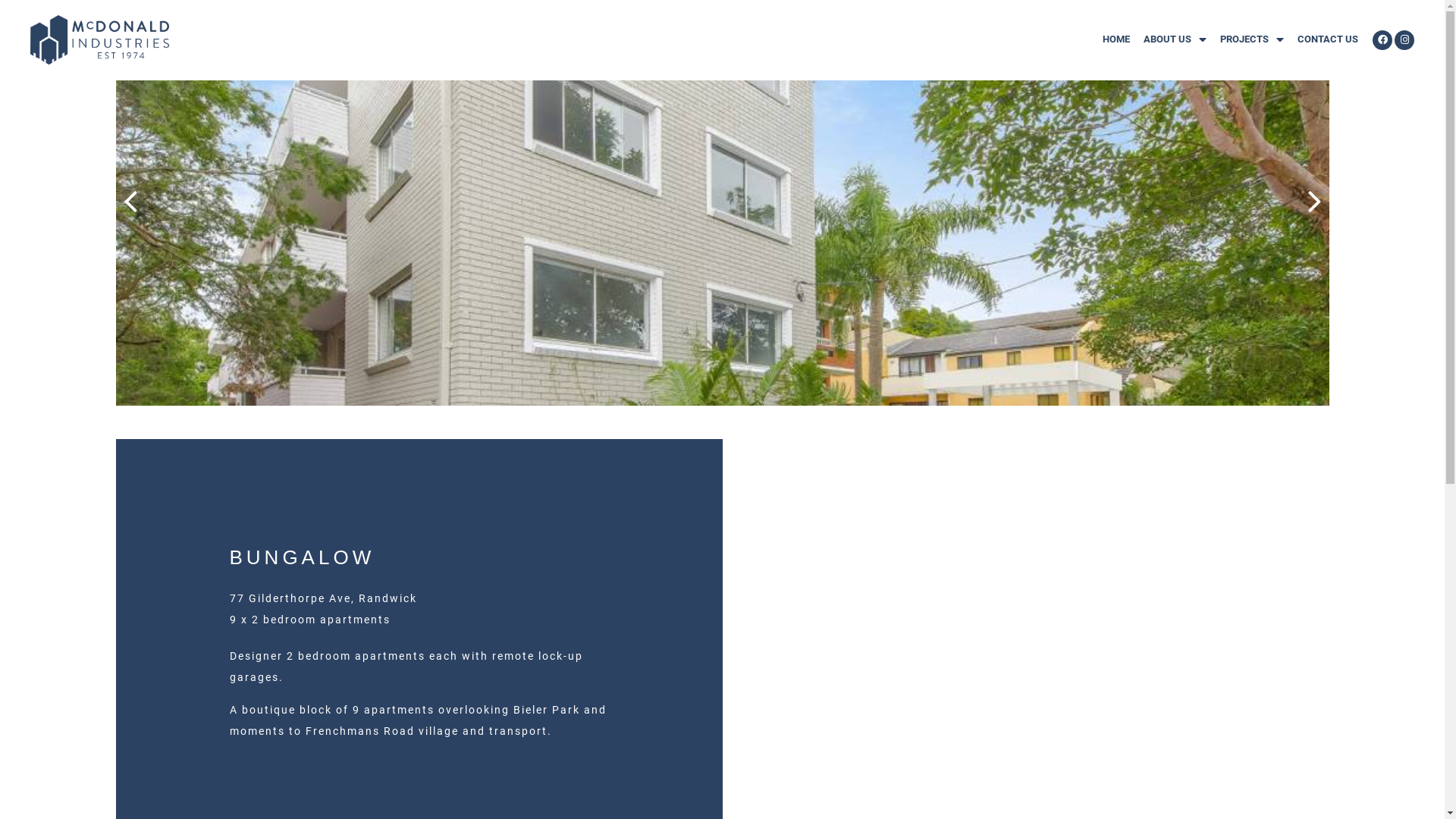 This screenshot has width=1456, height=819. I want to click on 'ABOUT US', so click(1174, 39).